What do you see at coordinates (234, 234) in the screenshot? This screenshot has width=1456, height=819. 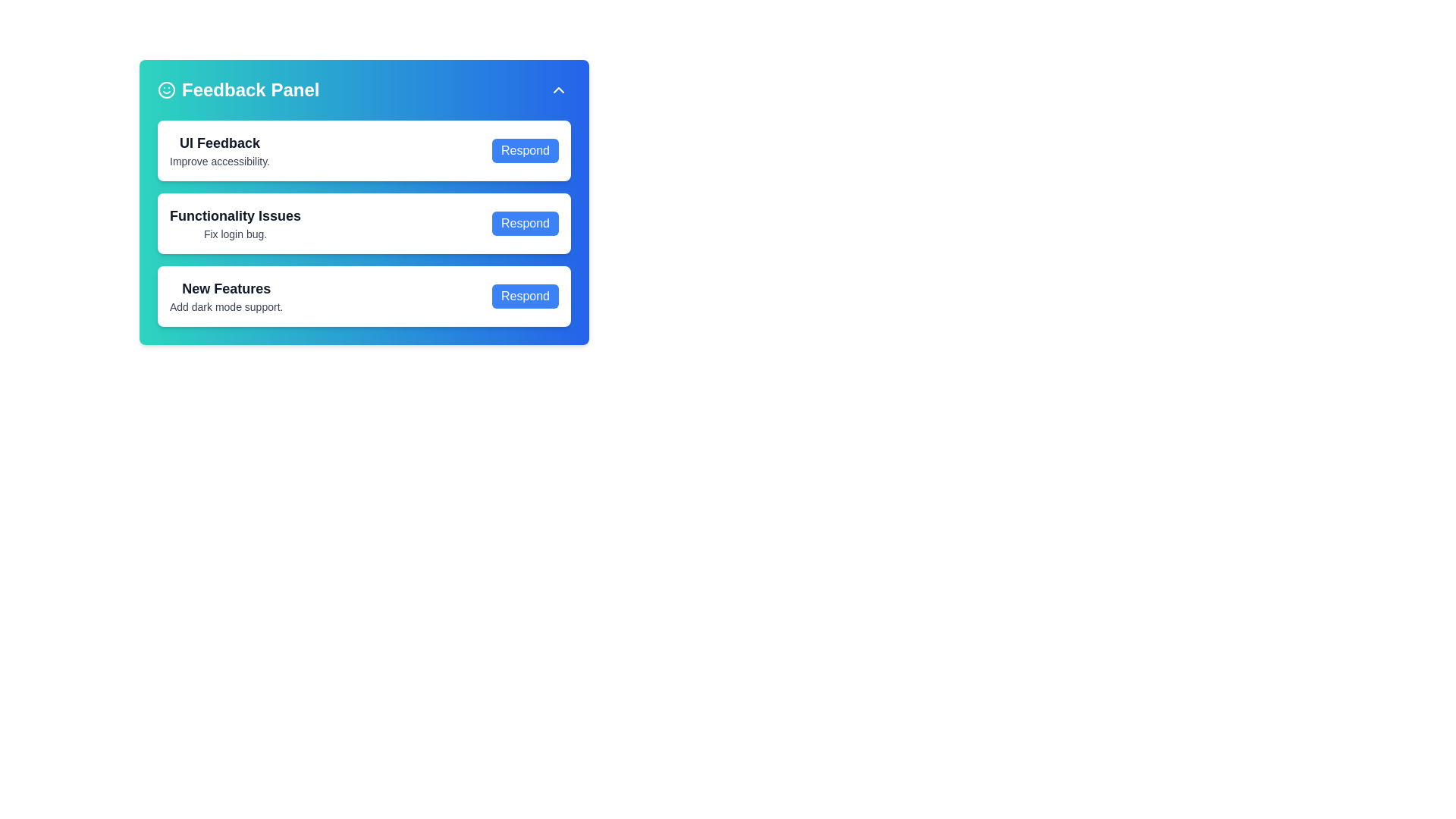 I see `static text display located underneath the 'Functionality Issues' heading, which provides additional information related to this topic` at bounding box center [234, 234].